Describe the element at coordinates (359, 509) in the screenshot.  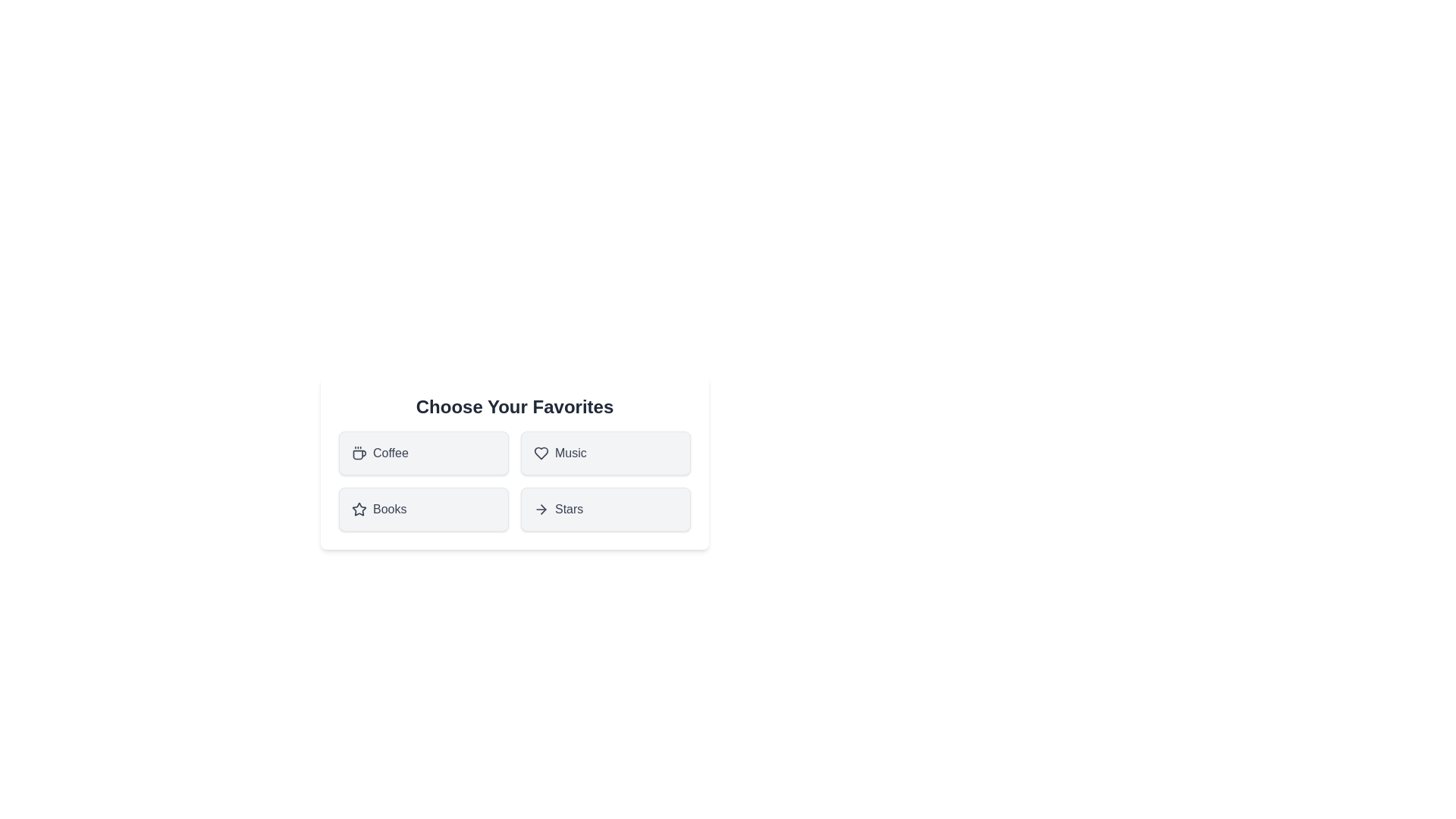
I see `the star-shaped icon located on the left side of the 'Books' button, which is positioned in the bottom-left quadrant of the grid of favorite categories` at that location.